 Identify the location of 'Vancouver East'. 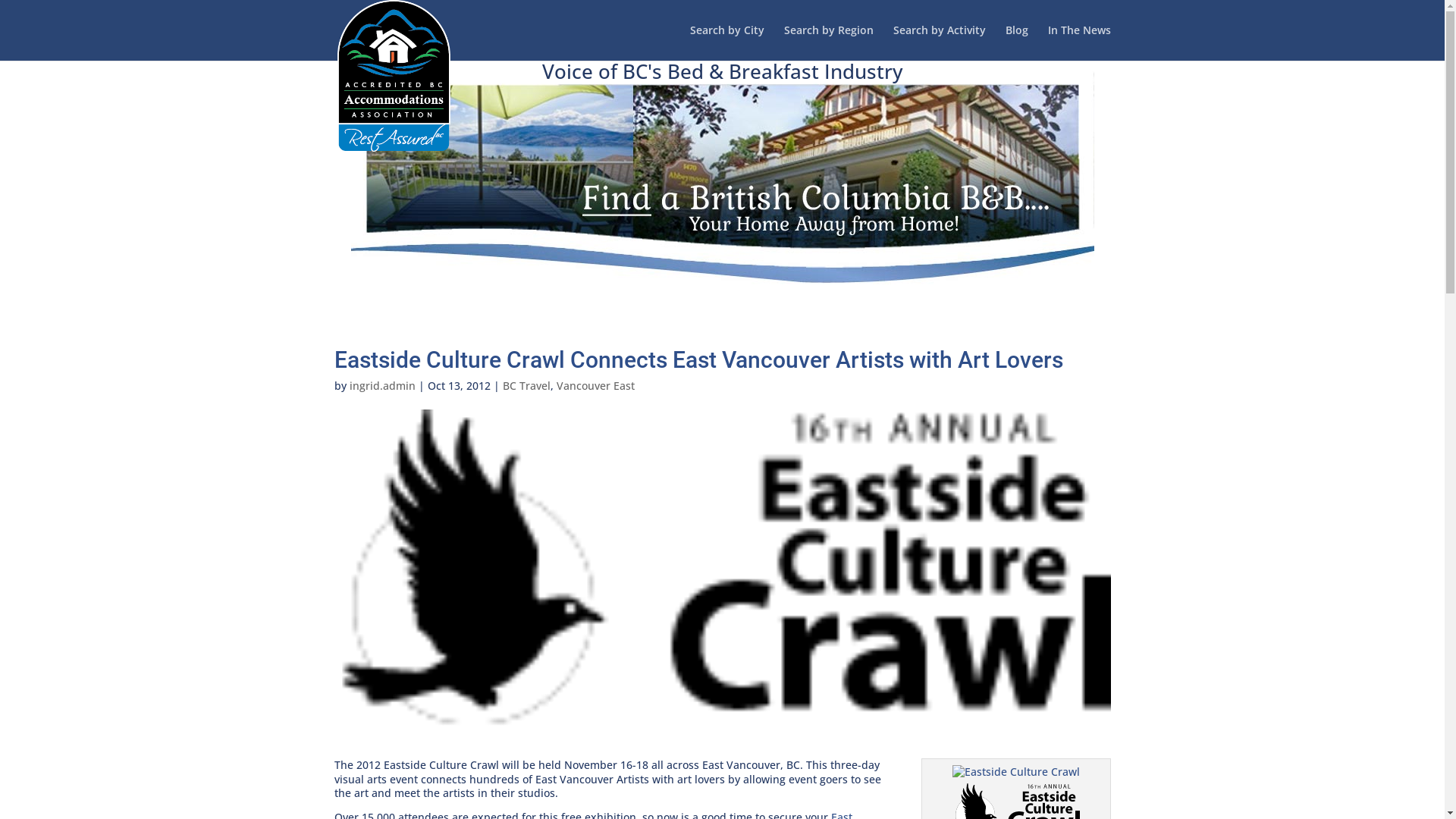
(595, 384).